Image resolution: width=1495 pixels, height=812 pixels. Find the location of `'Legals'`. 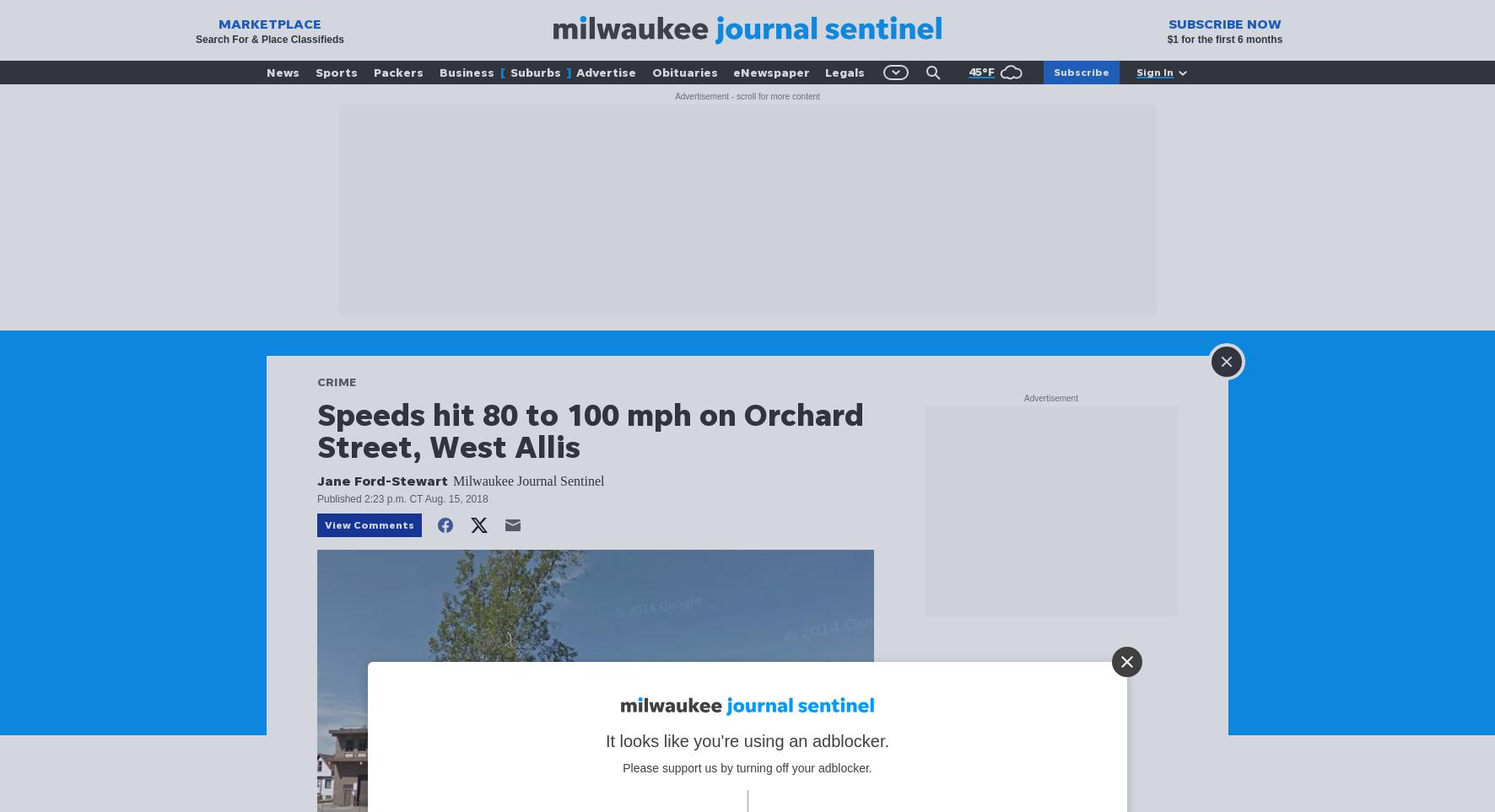

'Legals' is located at coordinates (823, 72).